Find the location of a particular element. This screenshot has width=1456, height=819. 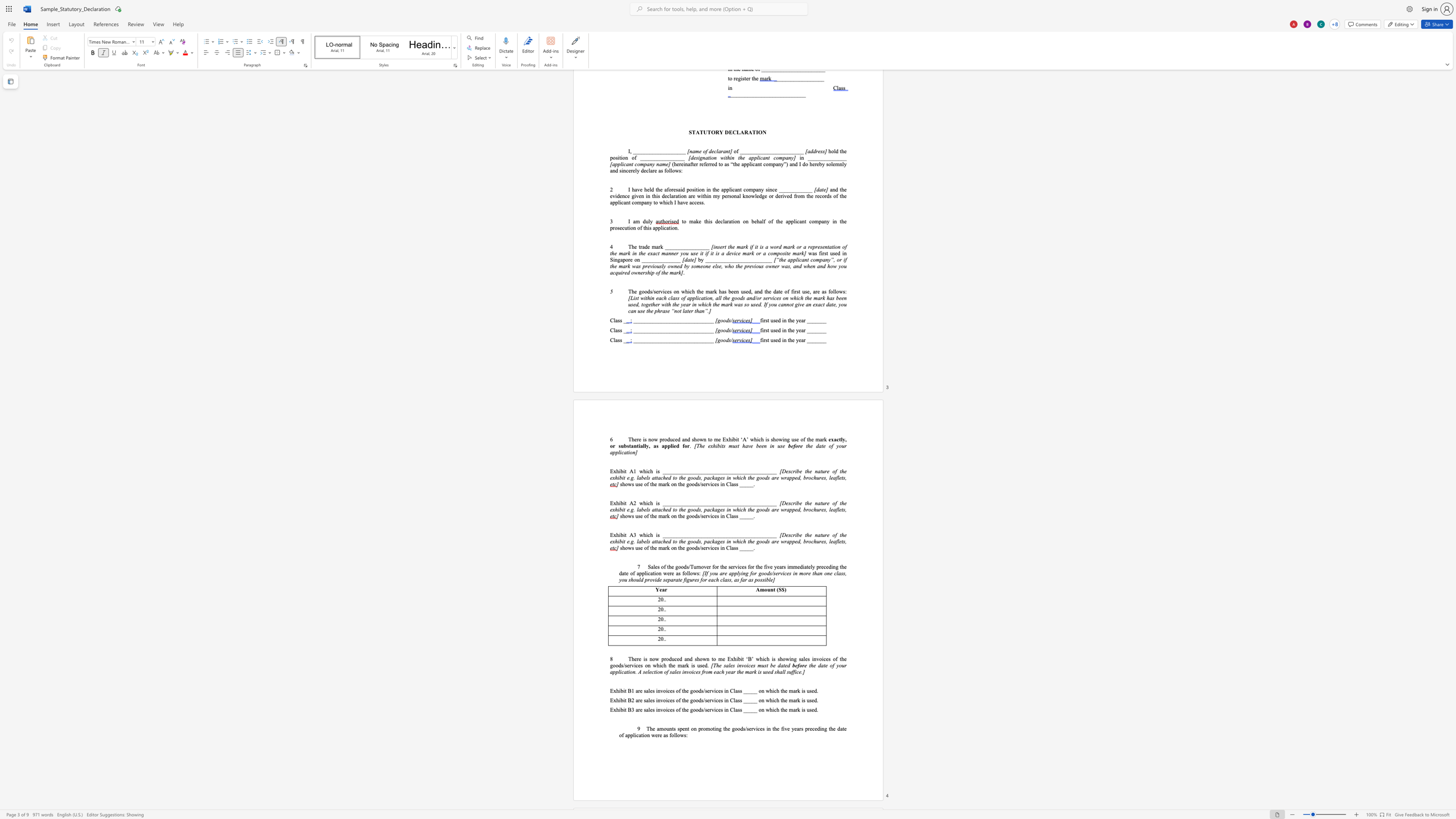

the space between the continuous character "u" and "r" in the text is located at coordinates (824, 503).